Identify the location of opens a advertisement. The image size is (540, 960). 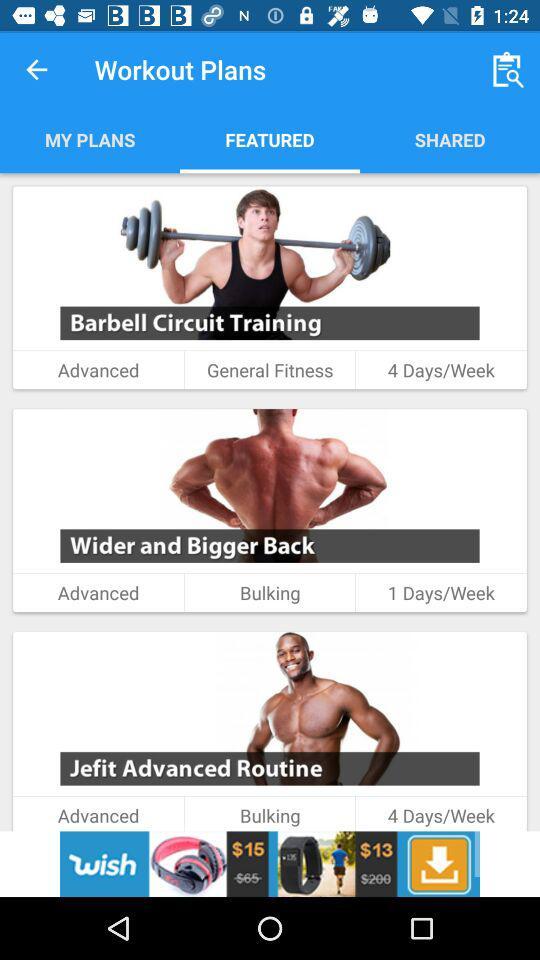
(270, 863).